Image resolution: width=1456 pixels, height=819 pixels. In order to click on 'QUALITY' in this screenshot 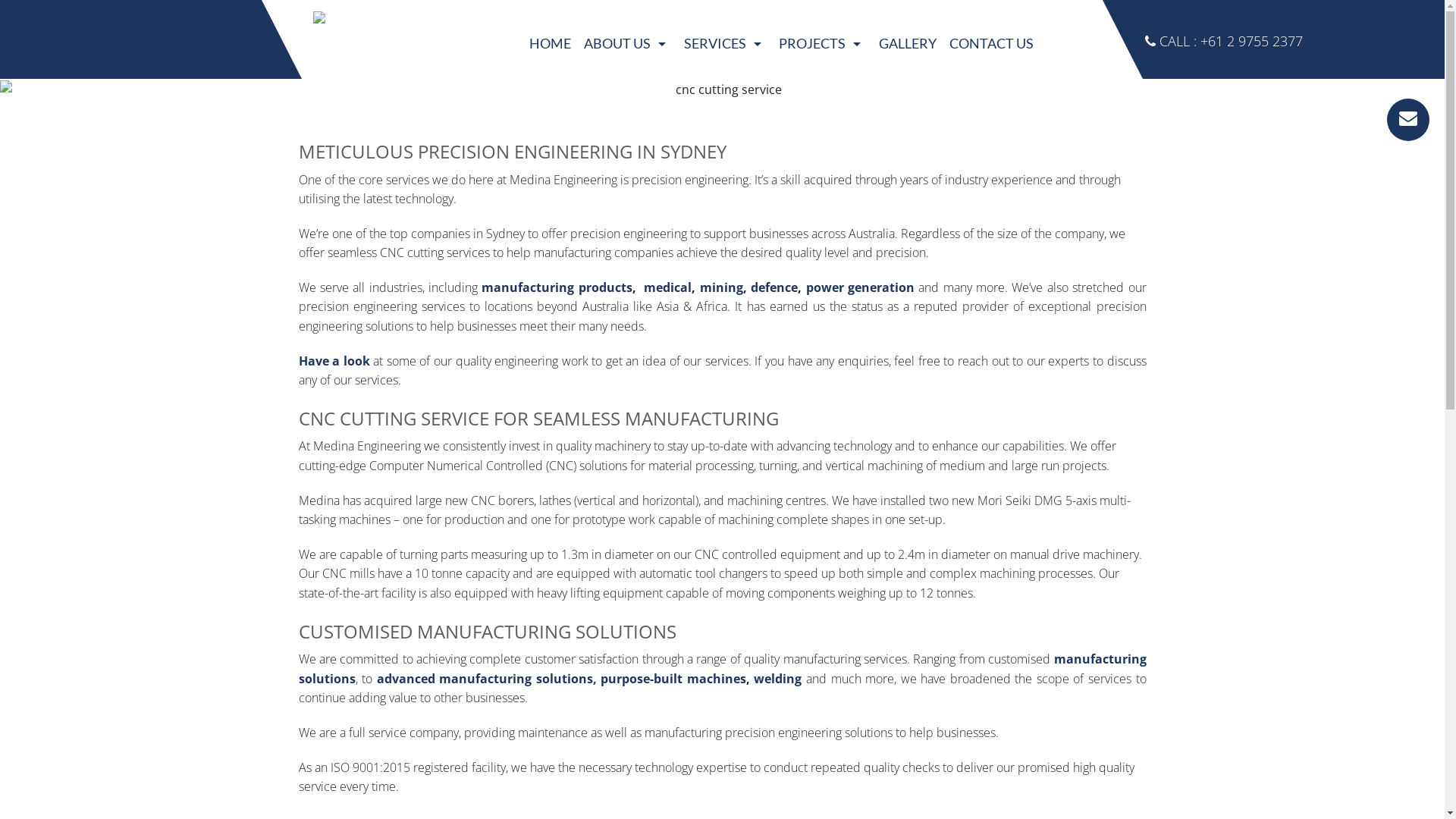, I will do `click(628, 89)`.